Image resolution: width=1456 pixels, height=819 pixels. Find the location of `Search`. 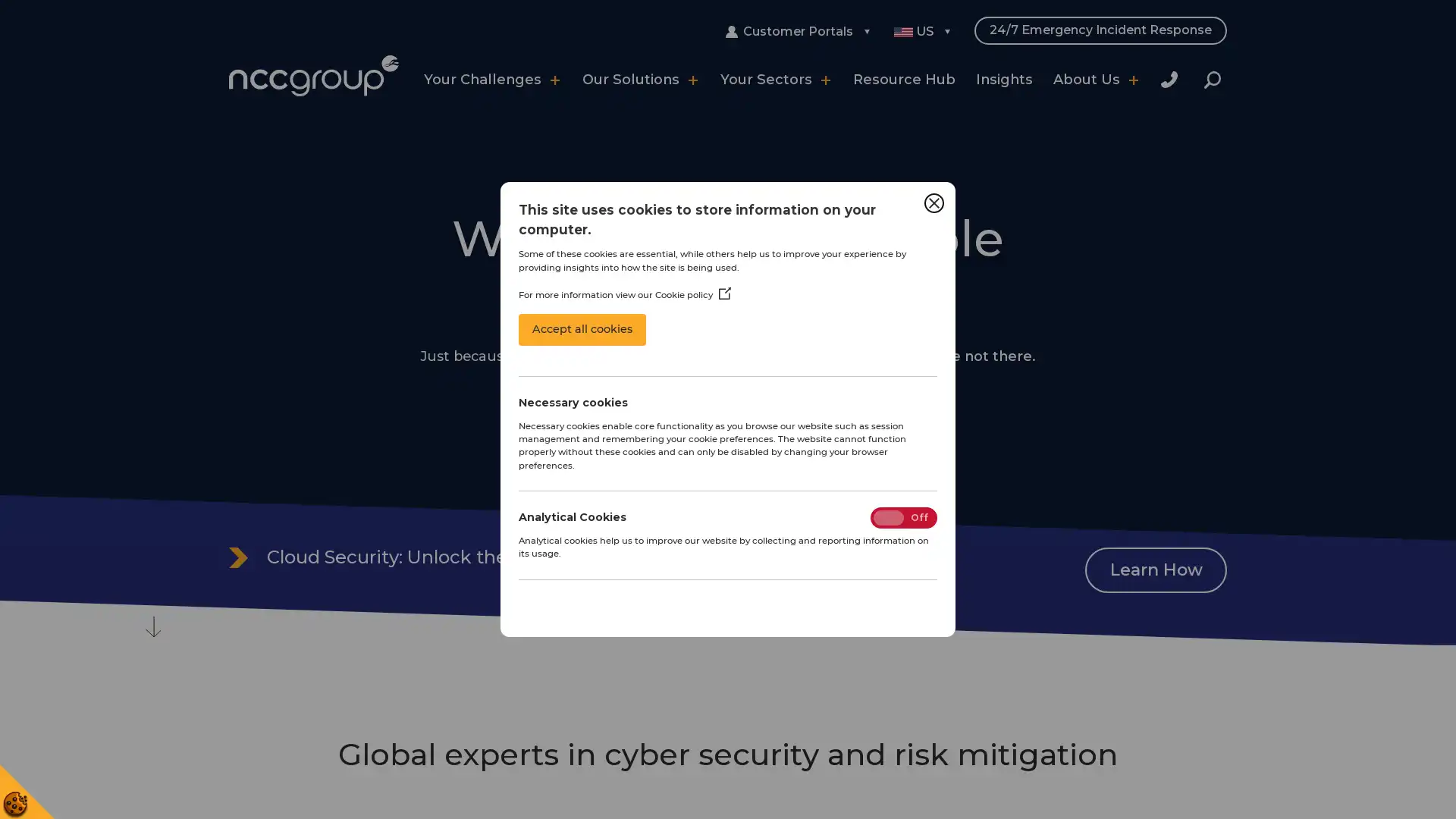

Search is located at coordinates (1216, 80).